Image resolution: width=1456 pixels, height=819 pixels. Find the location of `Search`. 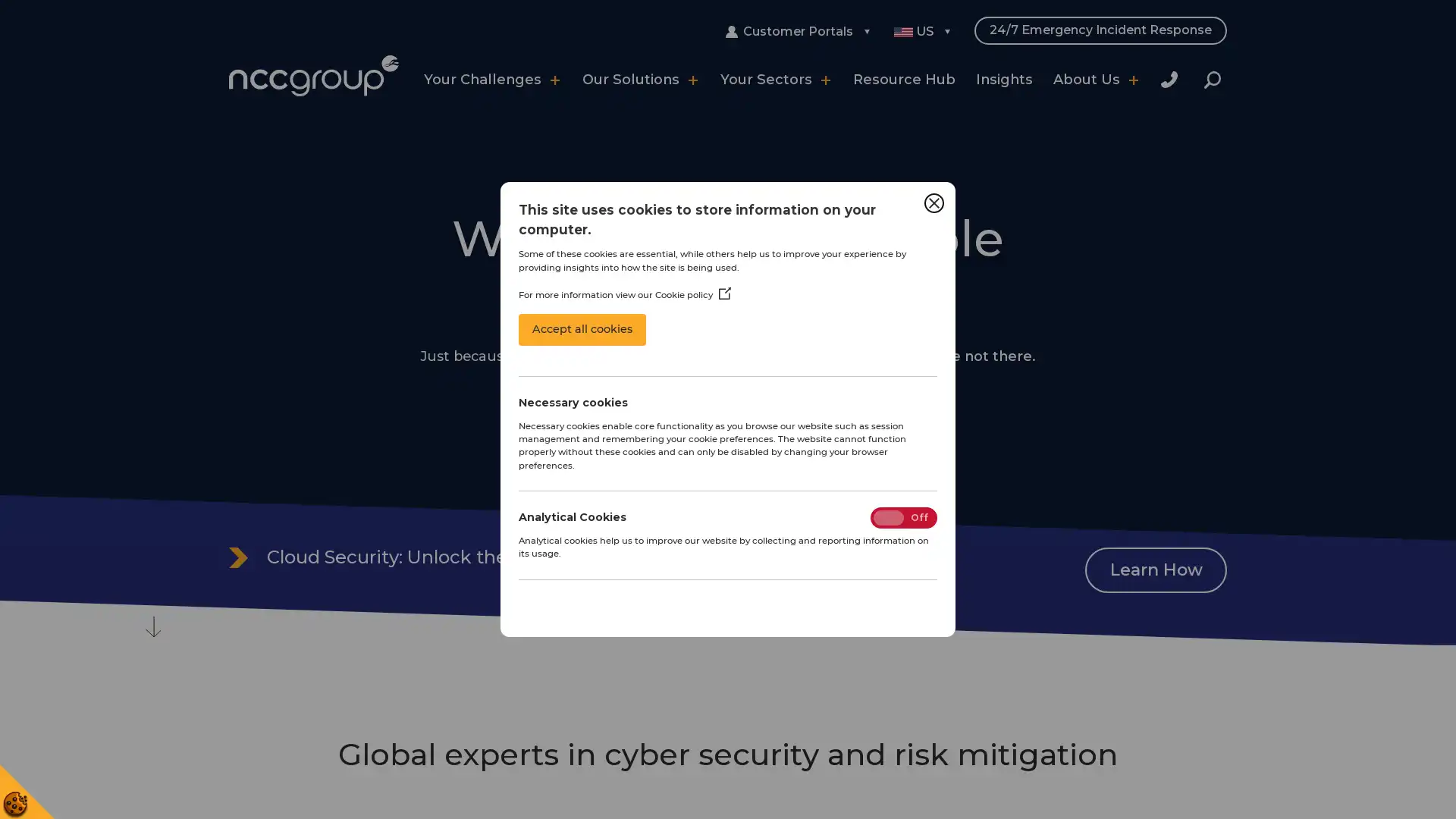

Search is located at coordinates (1216, 80).